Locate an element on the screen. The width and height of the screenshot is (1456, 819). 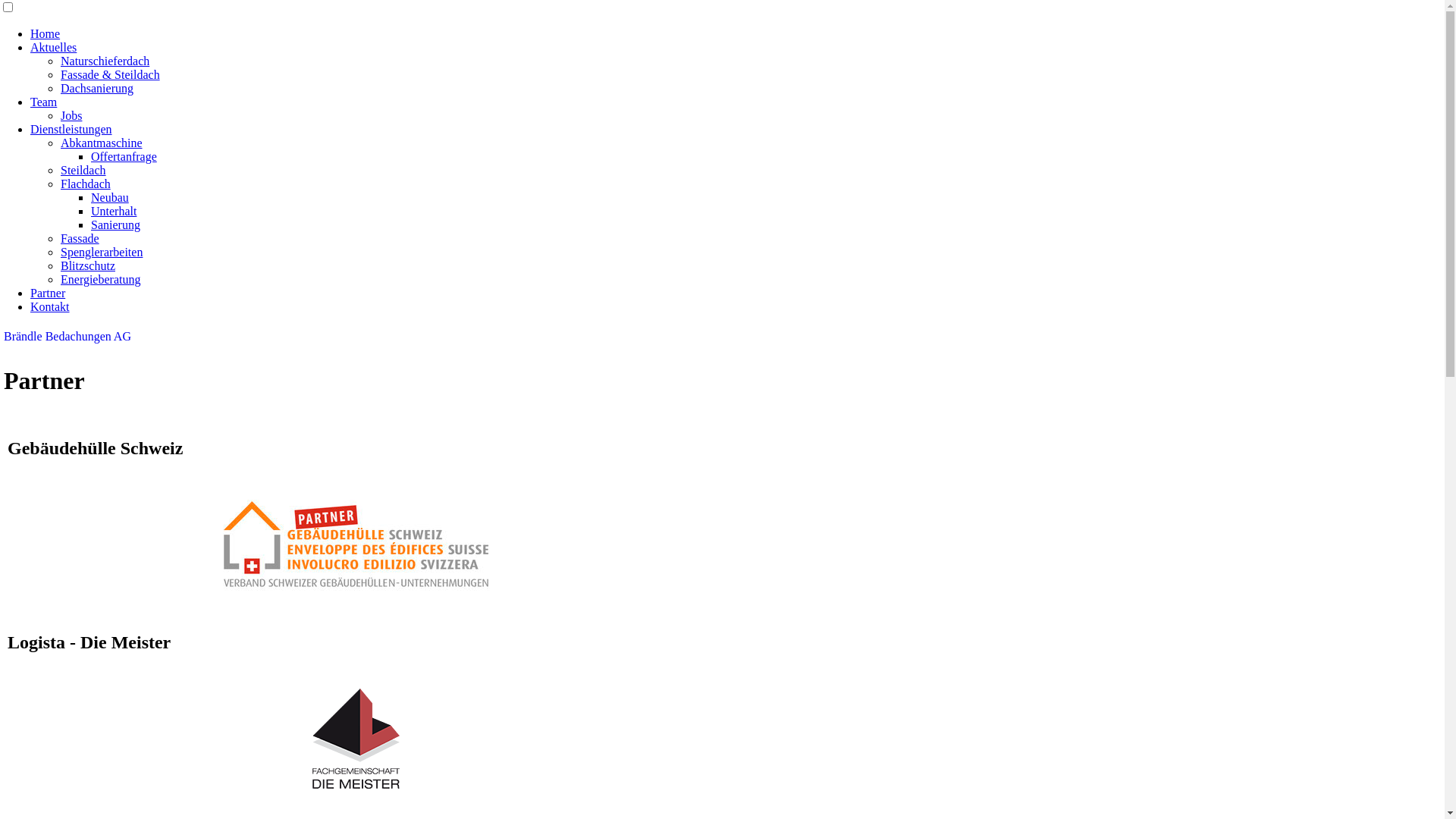
'Jobs' is located at coordinates (71, 115).